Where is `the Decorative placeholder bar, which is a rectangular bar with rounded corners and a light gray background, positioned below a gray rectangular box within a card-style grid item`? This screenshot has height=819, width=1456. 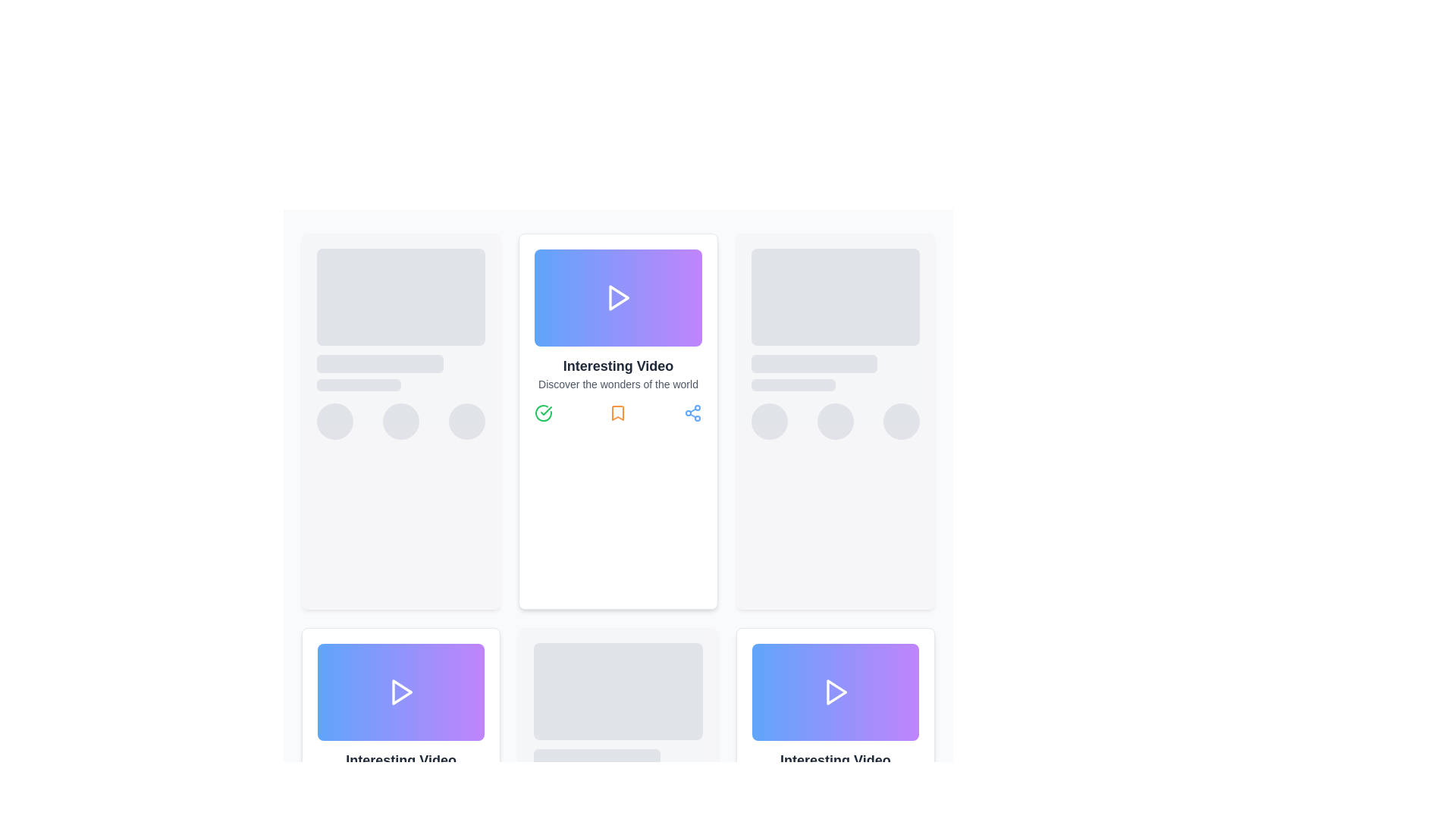 the Decorative placeholder bar, which is a rectangular bar with rounded corners and a light gray background, positioned below a gray rectangular box within a card-style grid item is located at coordinates (596, 758).